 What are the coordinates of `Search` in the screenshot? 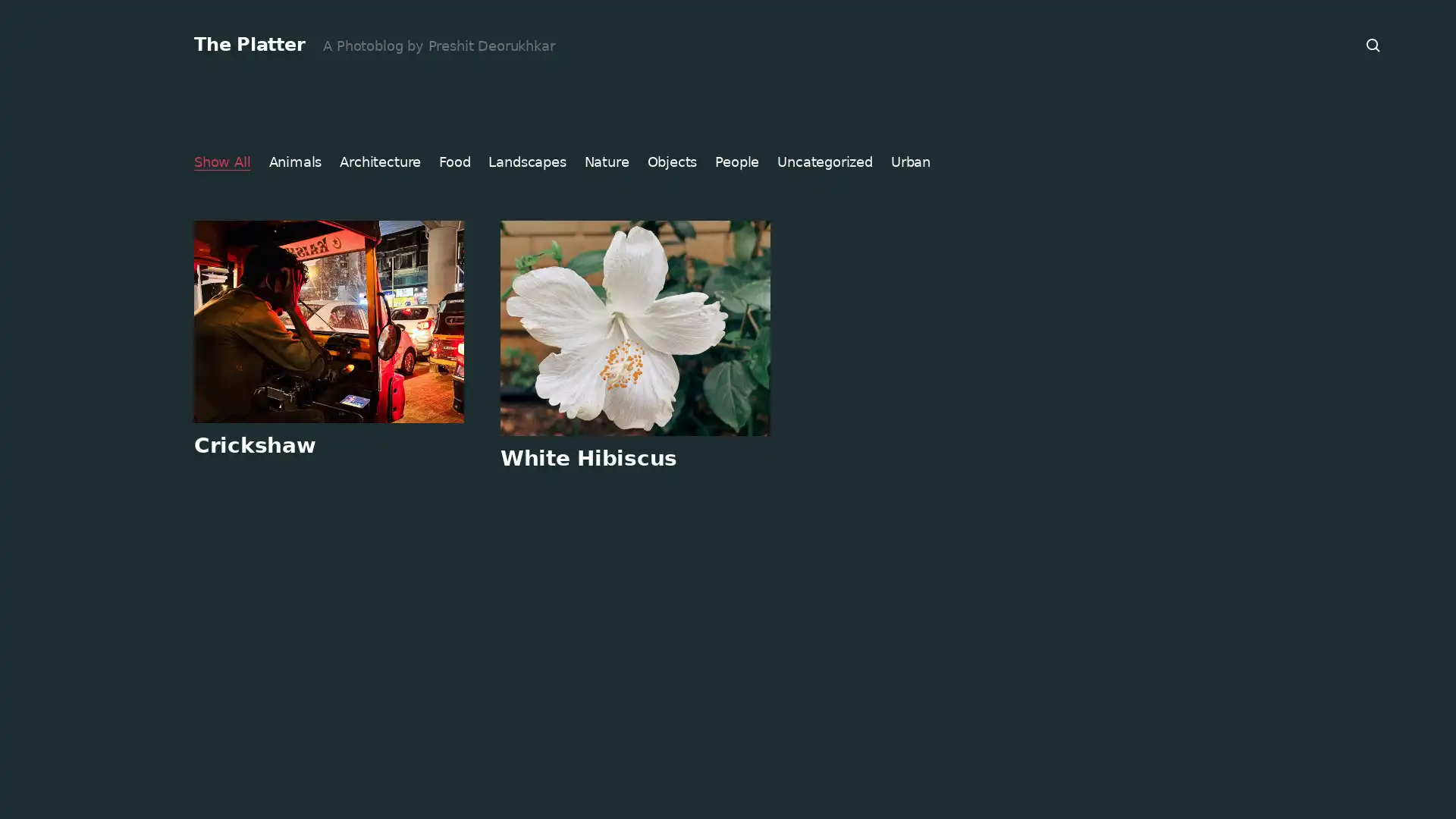 It's located at (1373, 45).